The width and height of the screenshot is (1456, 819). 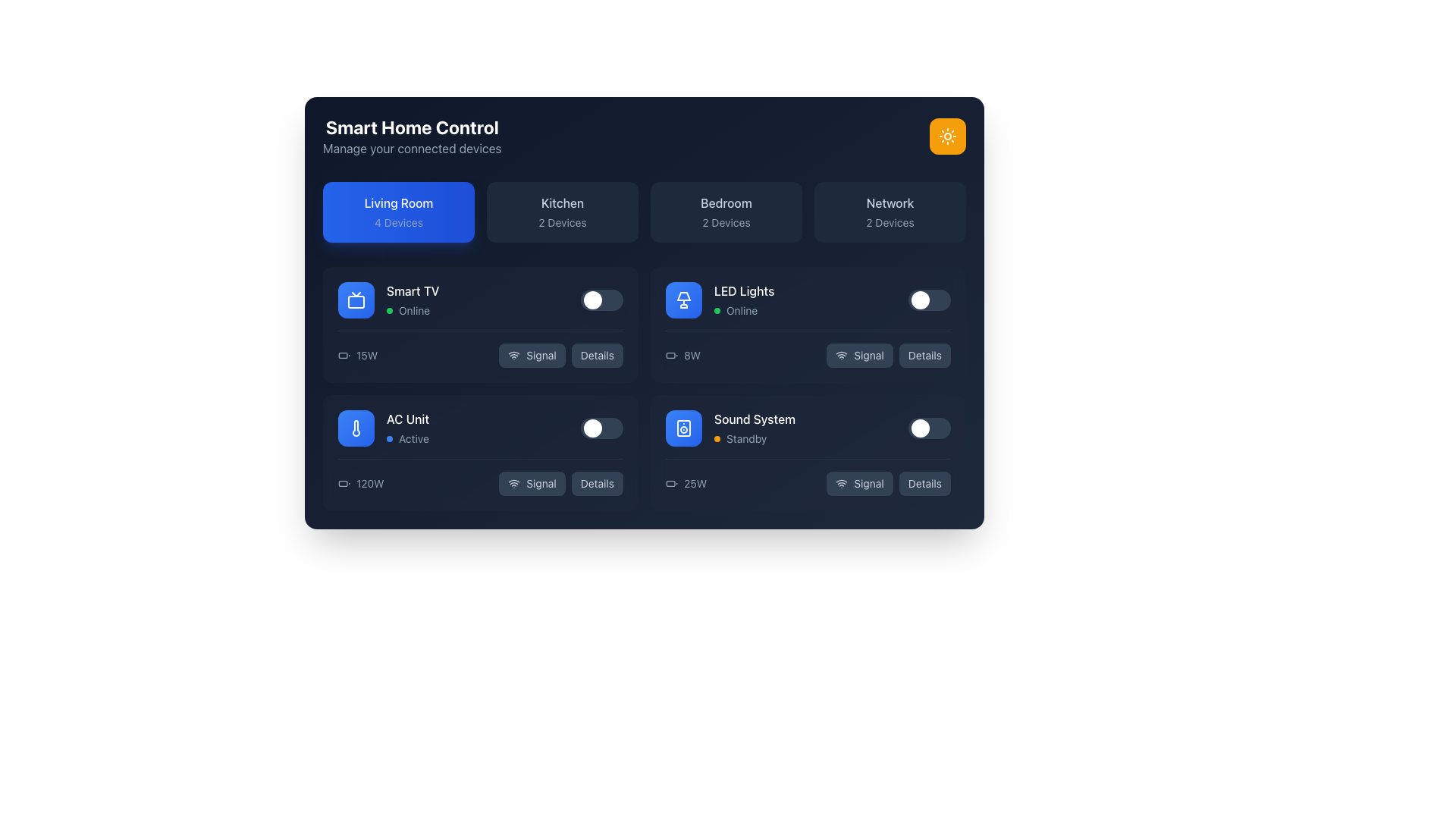 I want to click on the toggle switch for the 'Sound System' device, so click(x=928, y=428).